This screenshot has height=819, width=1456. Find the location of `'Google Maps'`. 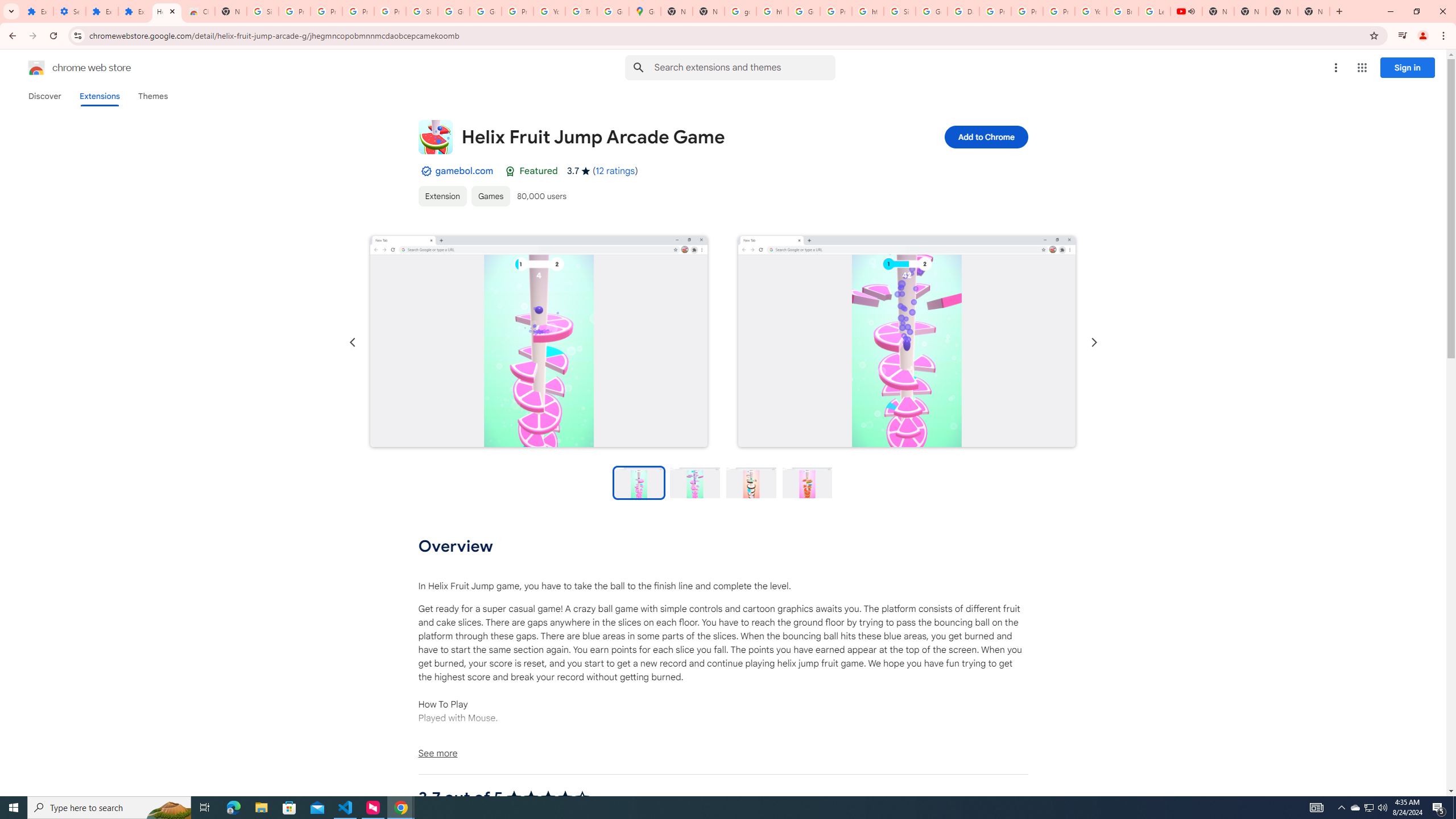

'Google Maps' is located at coordinates (644, 11).